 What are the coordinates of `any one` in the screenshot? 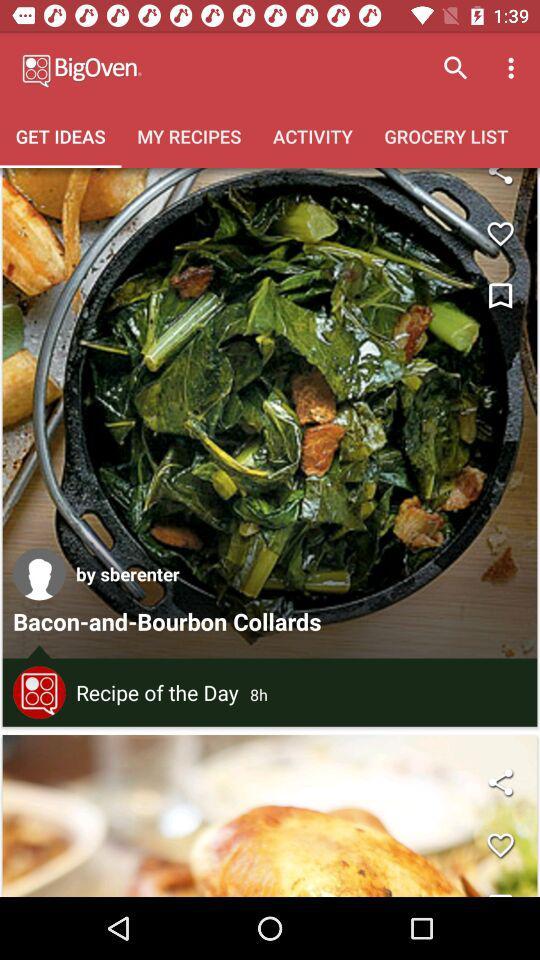 It's located at (39, 574).